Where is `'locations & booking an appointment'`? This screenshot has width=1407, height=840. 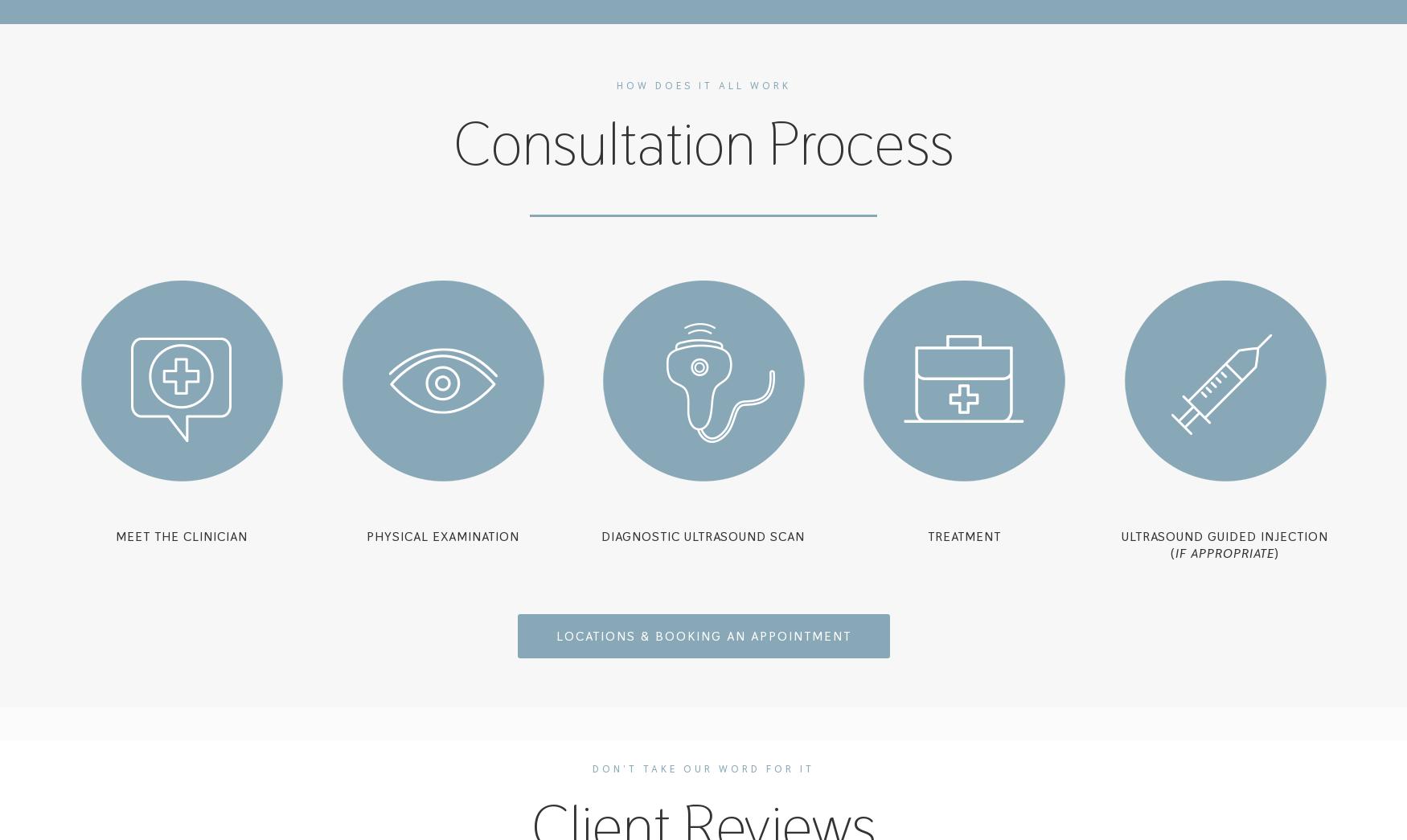 'locations & booking an appointment' is located at coordinates (703, 635).